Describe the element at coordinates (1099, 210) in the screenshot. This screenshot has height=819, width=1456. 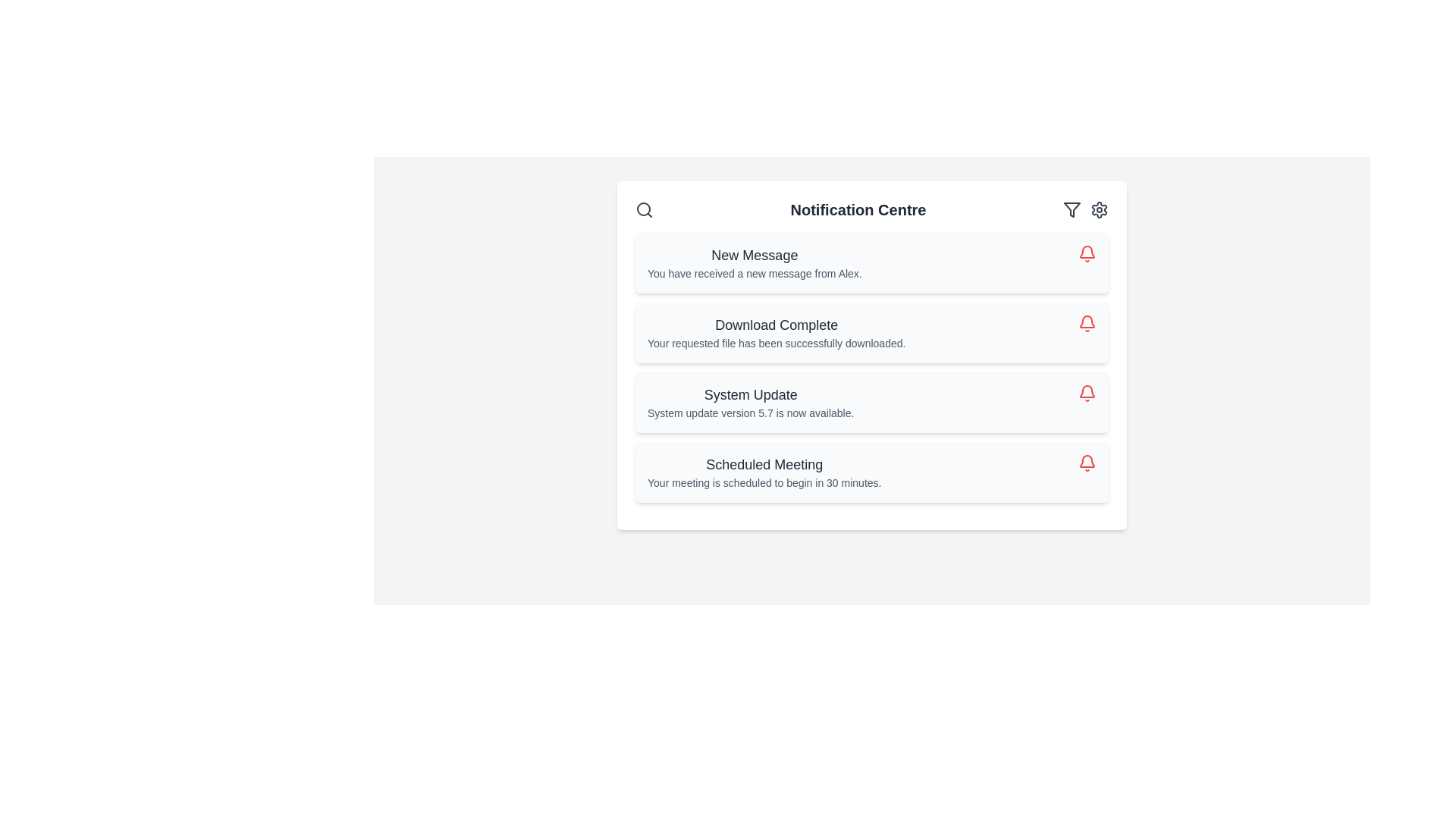
I see `the gear-shaped icon in the top-right section of the notification panel, which signifies settings` at that location.